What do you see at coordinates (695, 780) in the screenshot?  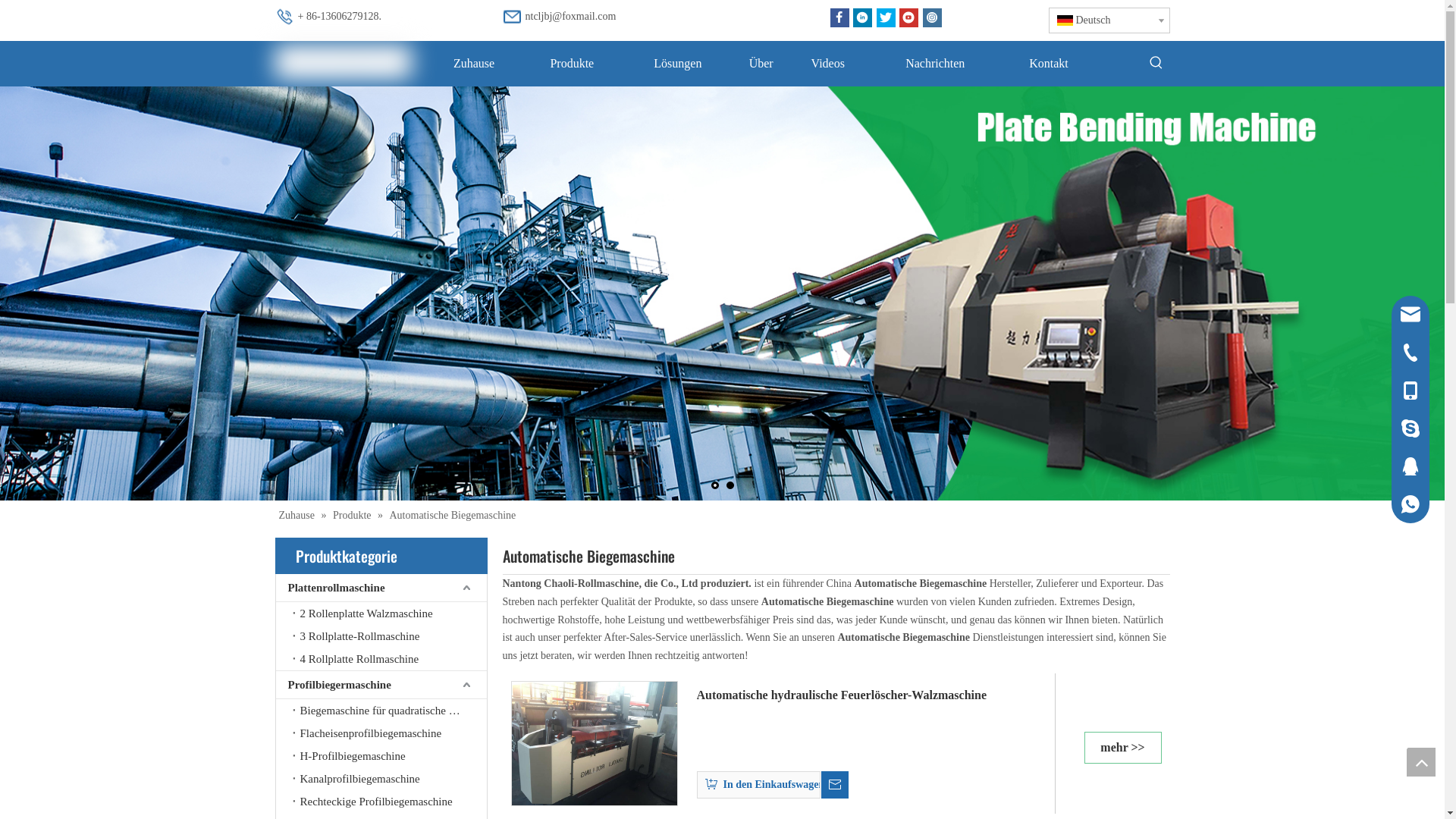 I see `' In den Einkaufswagen'` at bounding box center [695, 780].